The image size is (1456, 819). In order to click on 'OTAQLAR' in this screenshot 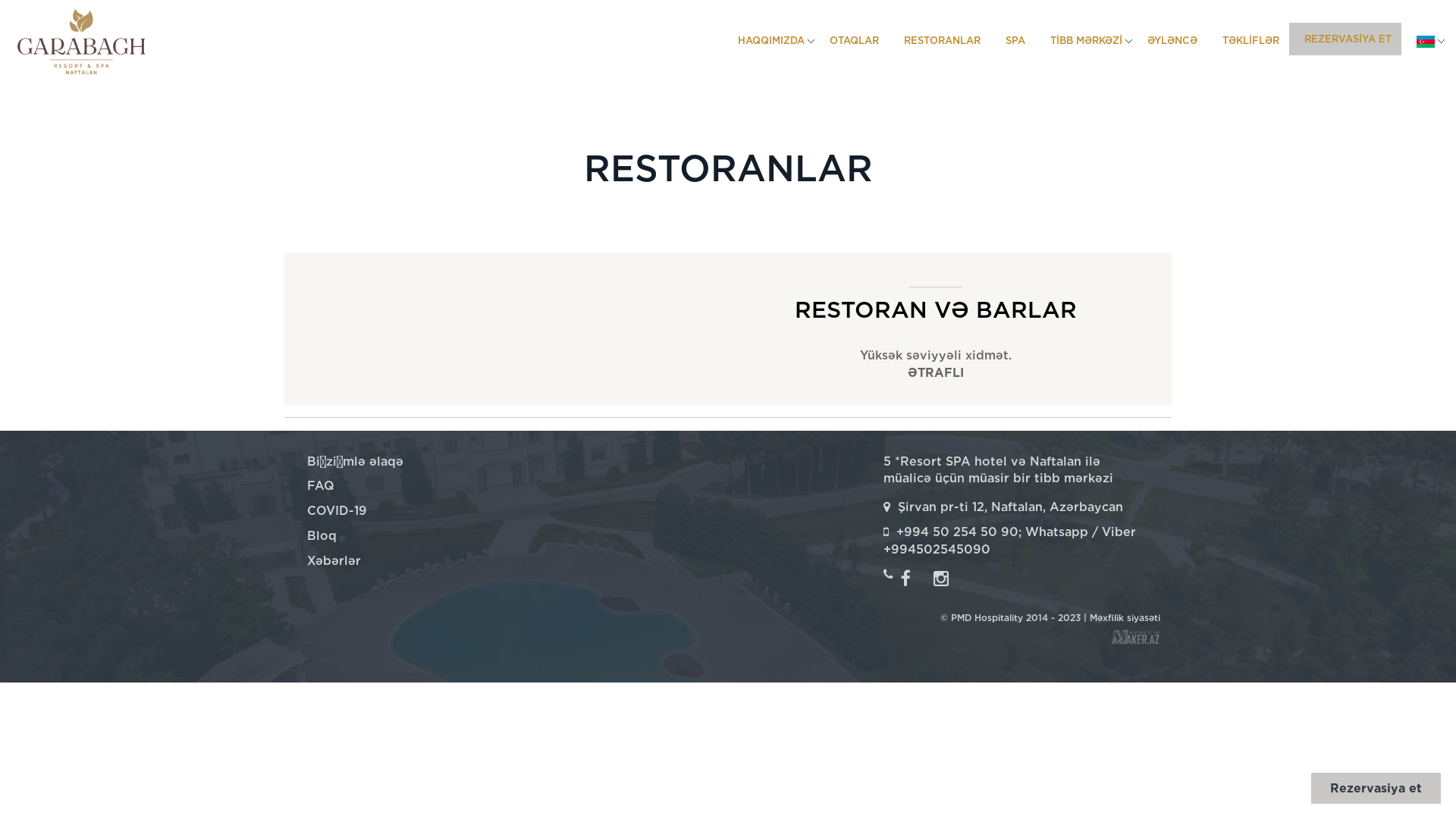, I will do `click(852, 40)`.